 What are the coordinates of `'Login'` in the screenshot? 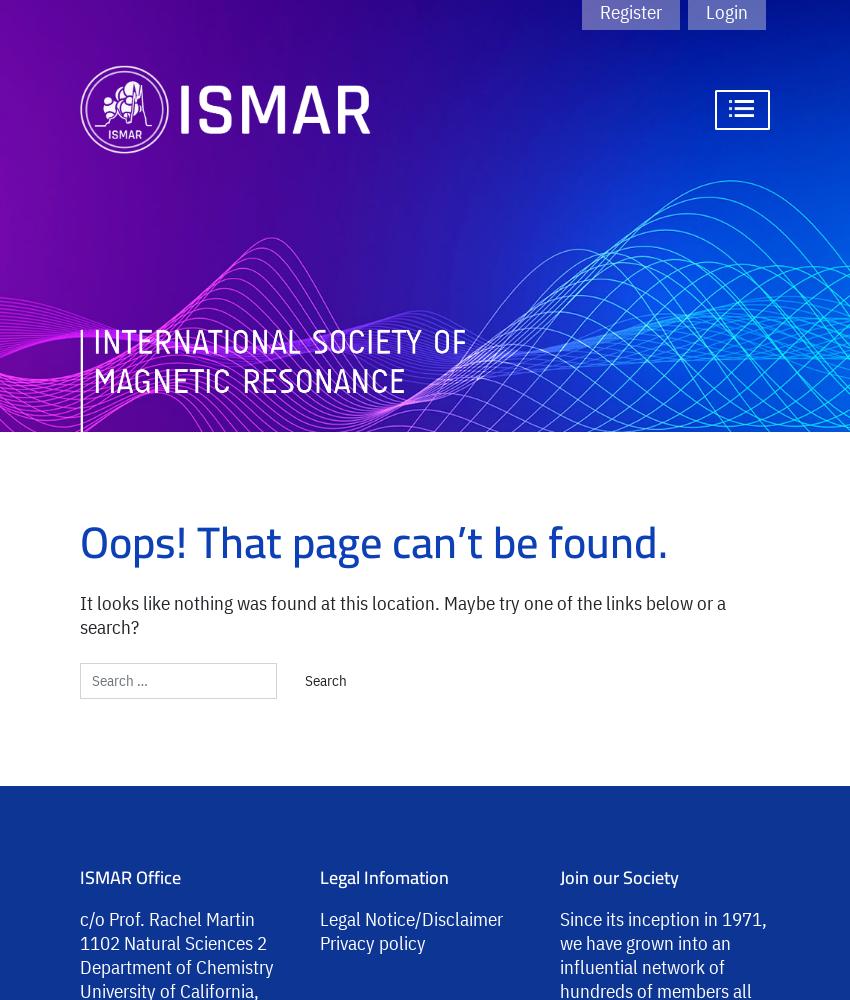 It's located at (727, 12).